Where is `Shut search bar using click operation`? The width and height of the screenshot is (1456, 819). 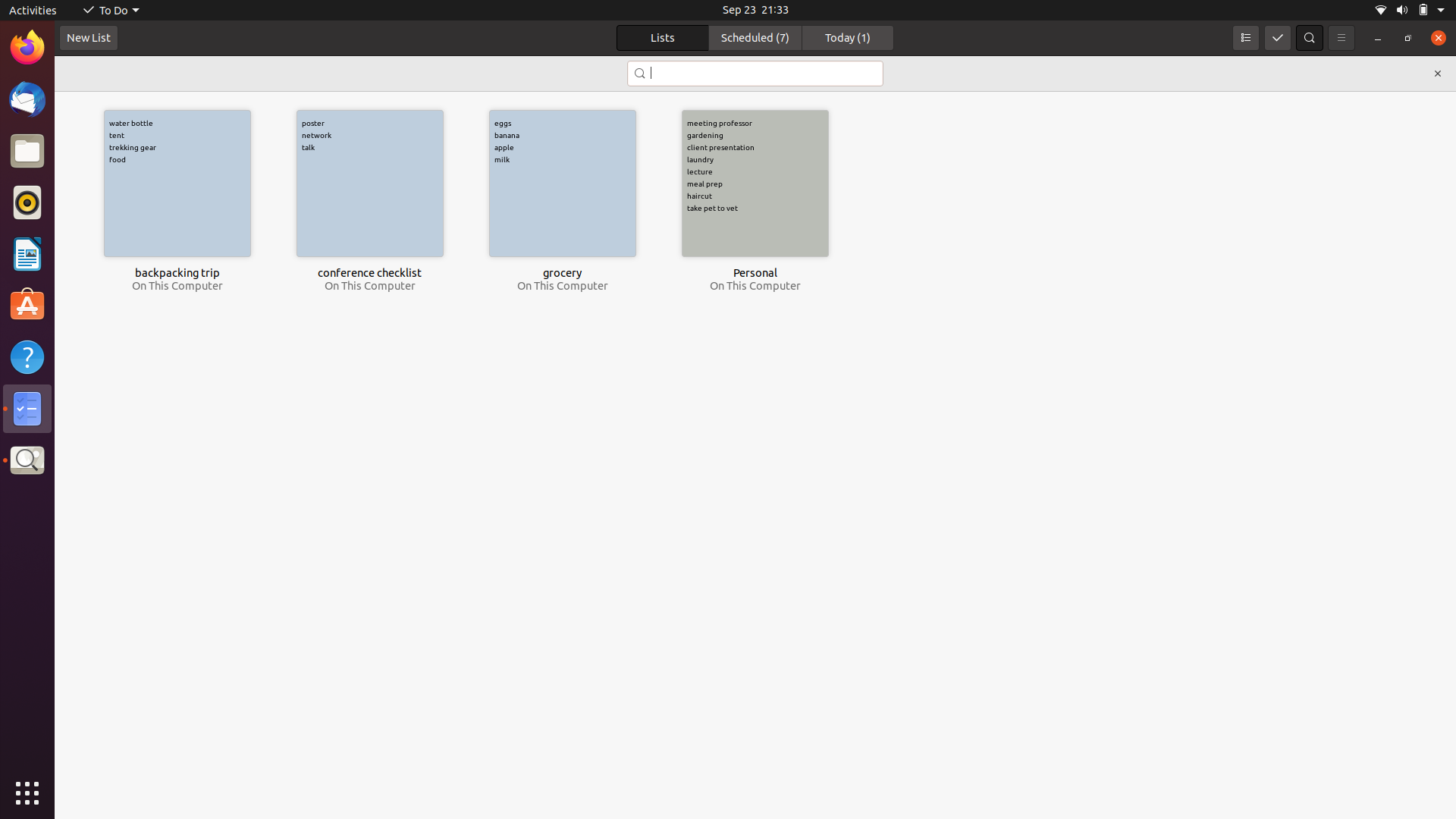 Shut search bar using click operation is located at coordinates (1436, 73).